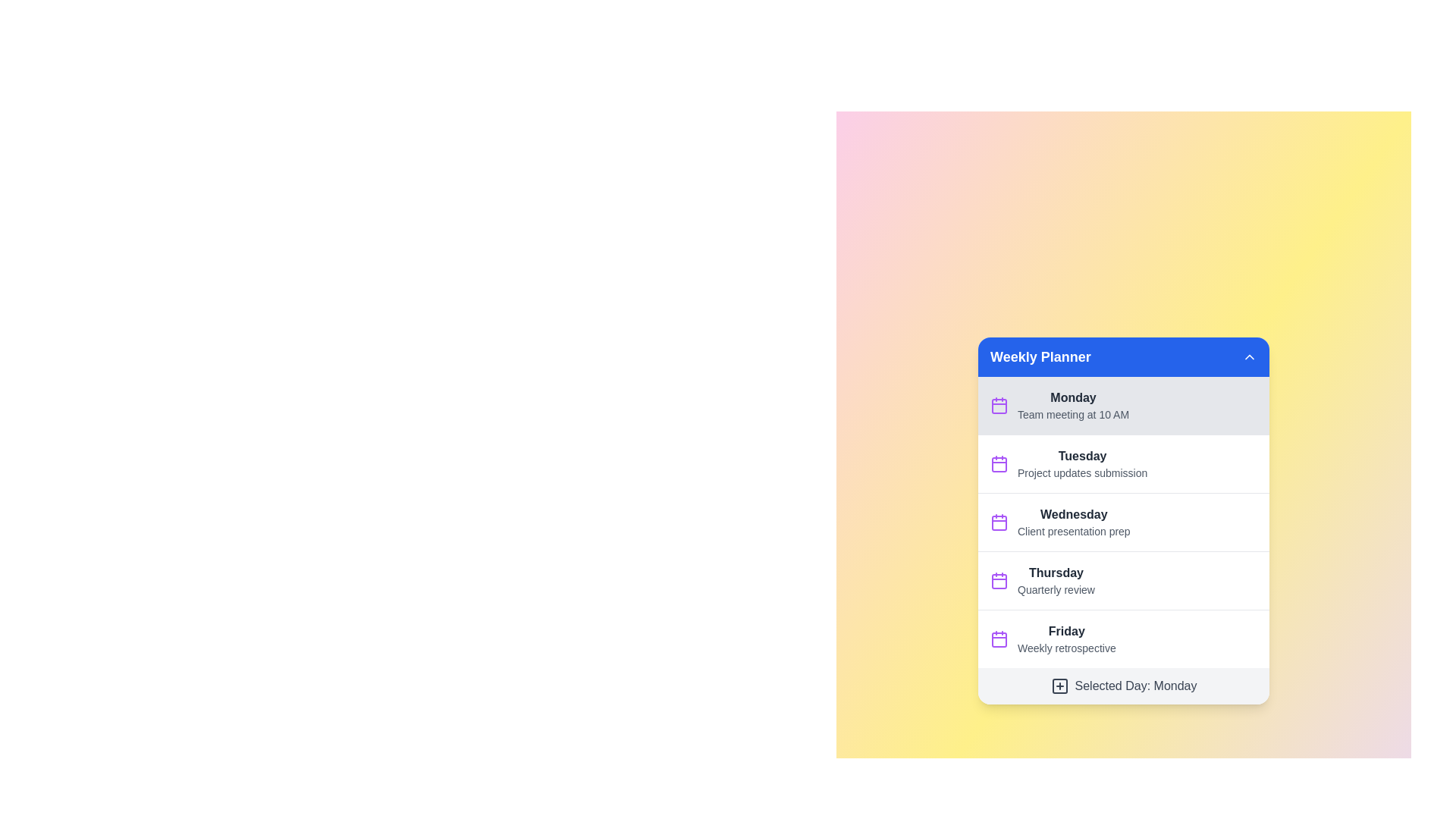 The height and width of the screenshot is (819, 1456). Describe the element at coordinates (1249, 356) in the screenshot. I see `expand/collapse button to toggle the visibility of the planner menu` at that location.